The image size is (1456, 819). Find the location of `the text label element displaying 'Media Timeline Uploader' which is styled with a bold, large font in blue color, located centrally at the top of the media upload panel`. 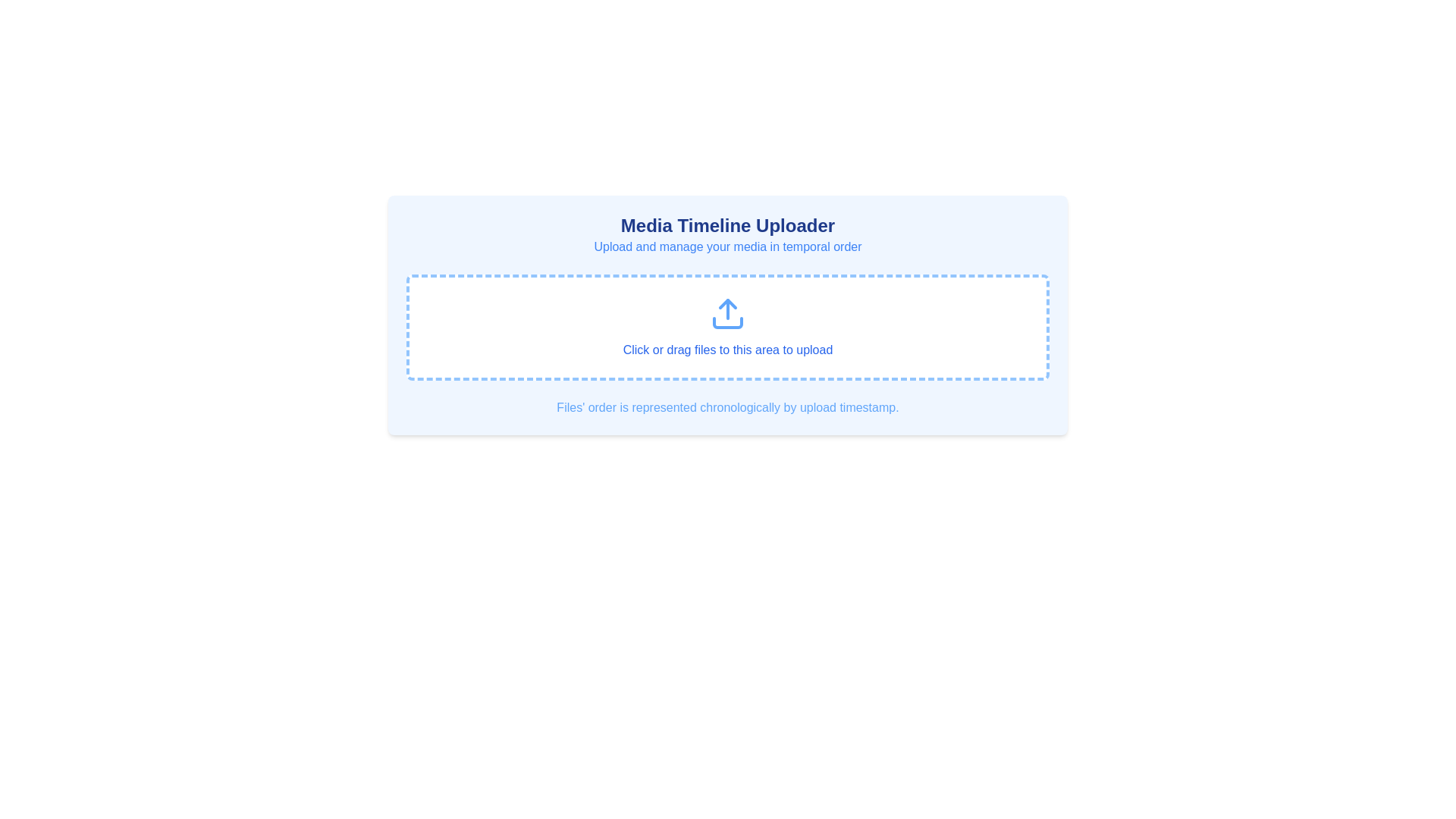

the text label element displaying 'Media Timeline Uploader' which is styled with a bold, large font in blue color, located centrally at the top of the media upload panel is located at coordinates (728, 225).